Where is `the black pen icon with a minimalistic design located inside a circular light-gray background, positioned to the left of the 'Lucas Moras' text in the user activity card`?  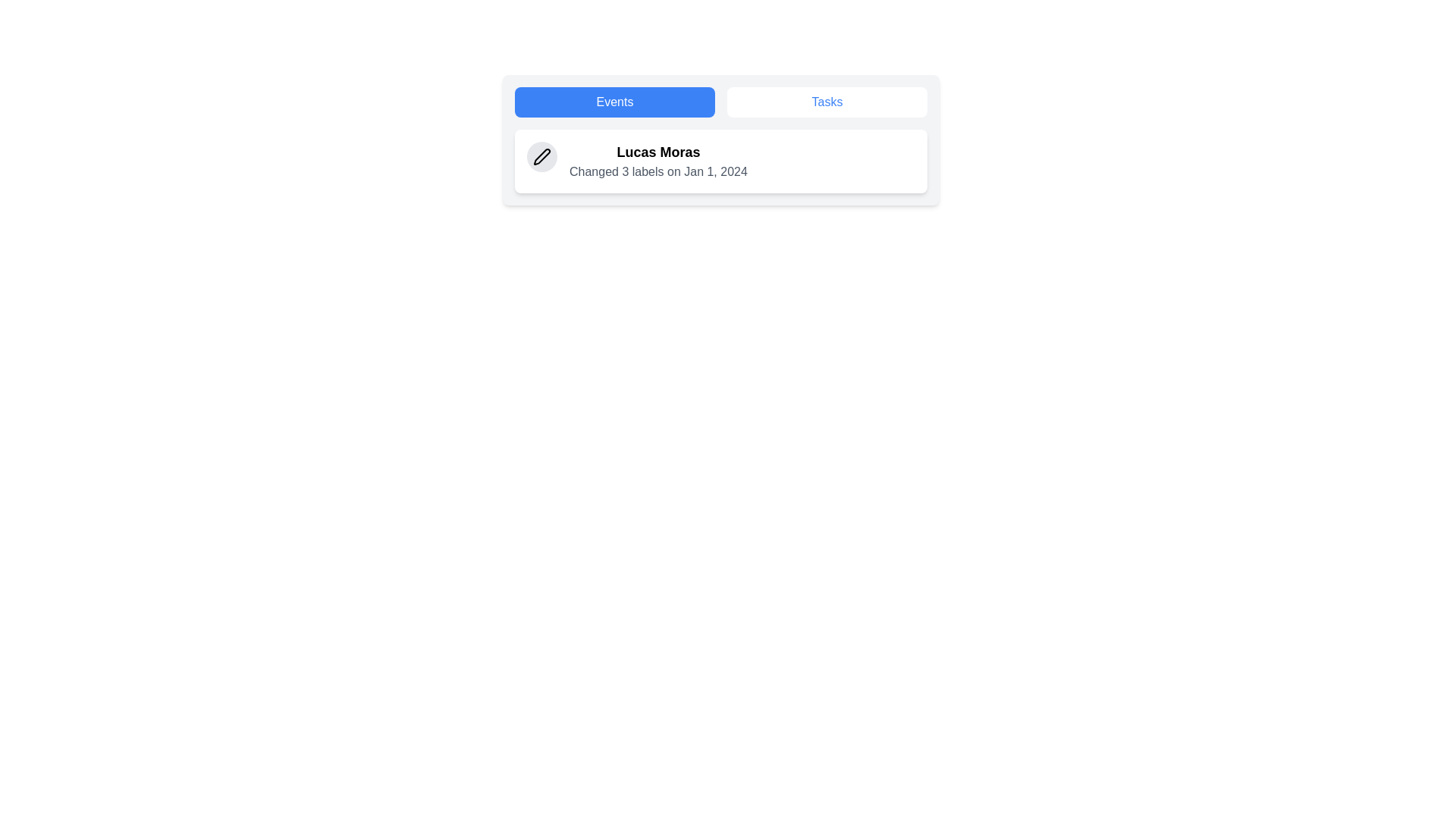 the black pen icon with a minimalistic design located inside a circular light-gray background, positioned to the left of the 'Lucas Moras' text in the user activity card is located at coordinates (542, 157).